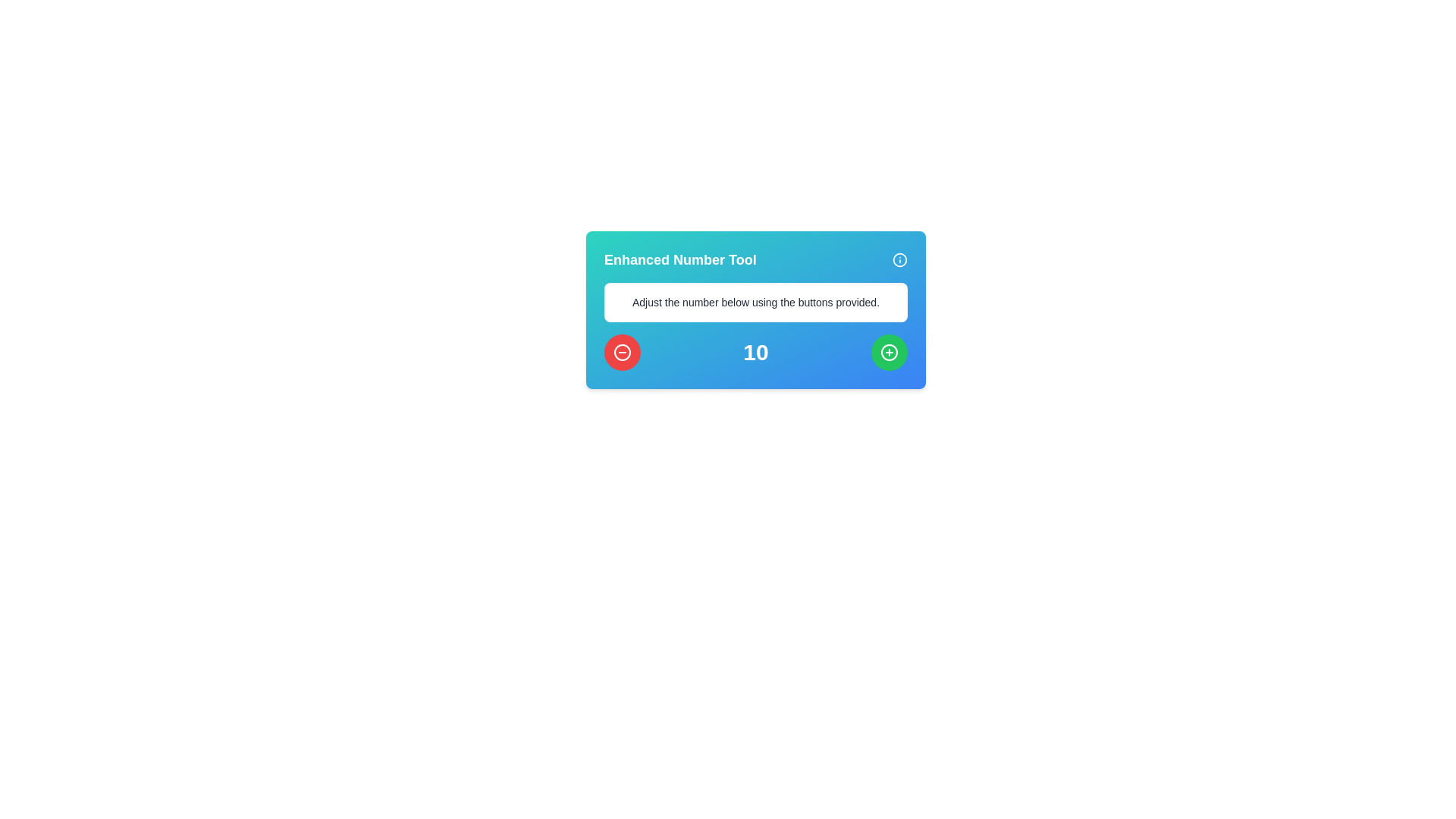 This screenshot has width=1456, height=819. I want to click on the bold, large, white numeral '10' displayed on a blue gradient background, which is centrally located between a red button and a green button, so click(756, 353).